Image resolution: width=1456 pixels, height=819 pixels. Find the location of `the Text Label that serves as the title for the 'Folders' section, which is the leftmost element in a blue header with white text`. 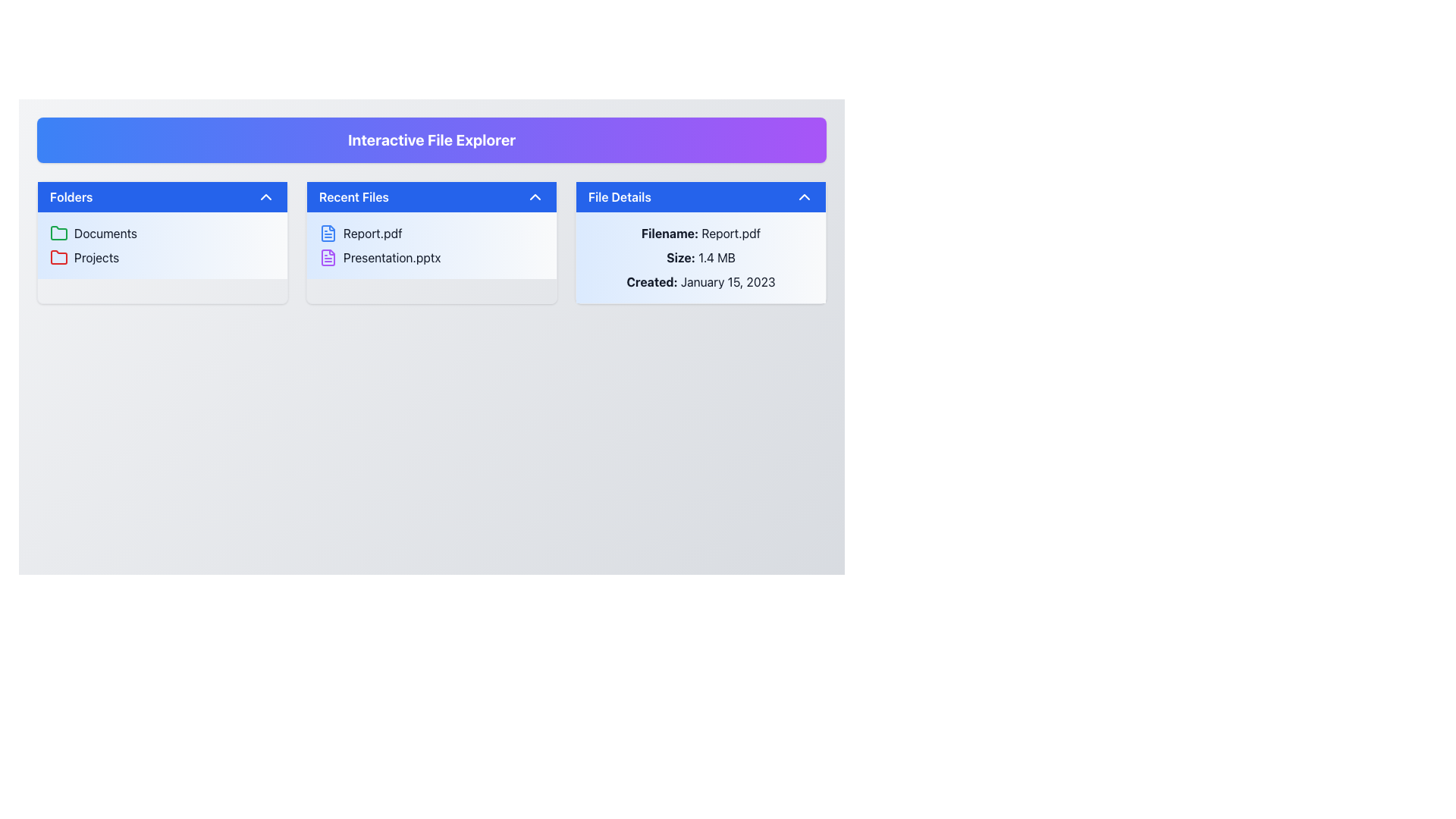

the Text Label that serves as the title for the 'Folders' section, which is the leftmost element in a blue header with white text is located at coordinates (71, 196).